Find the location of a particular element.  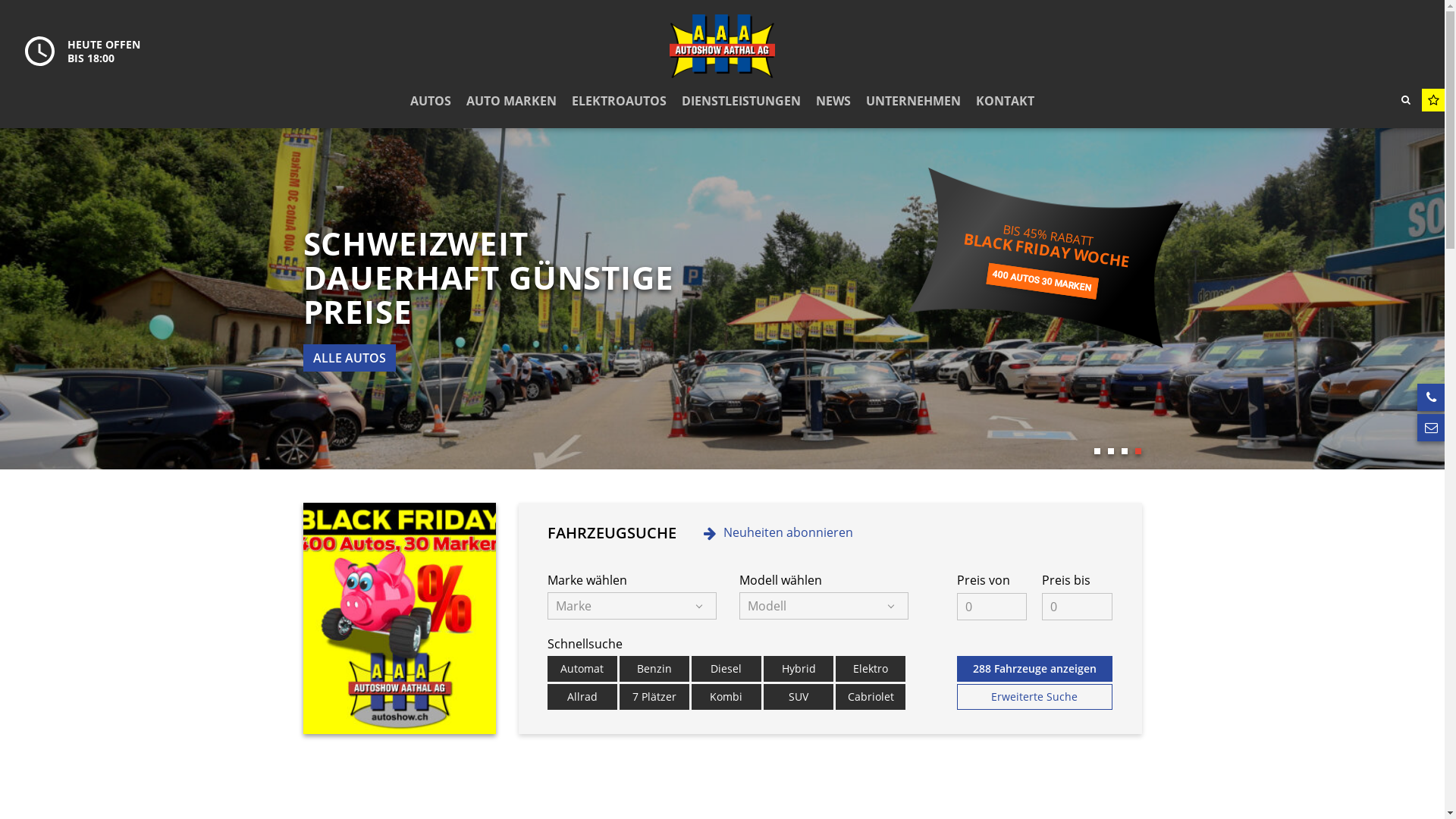

'NEWS' is located at coordinates (833, 101).